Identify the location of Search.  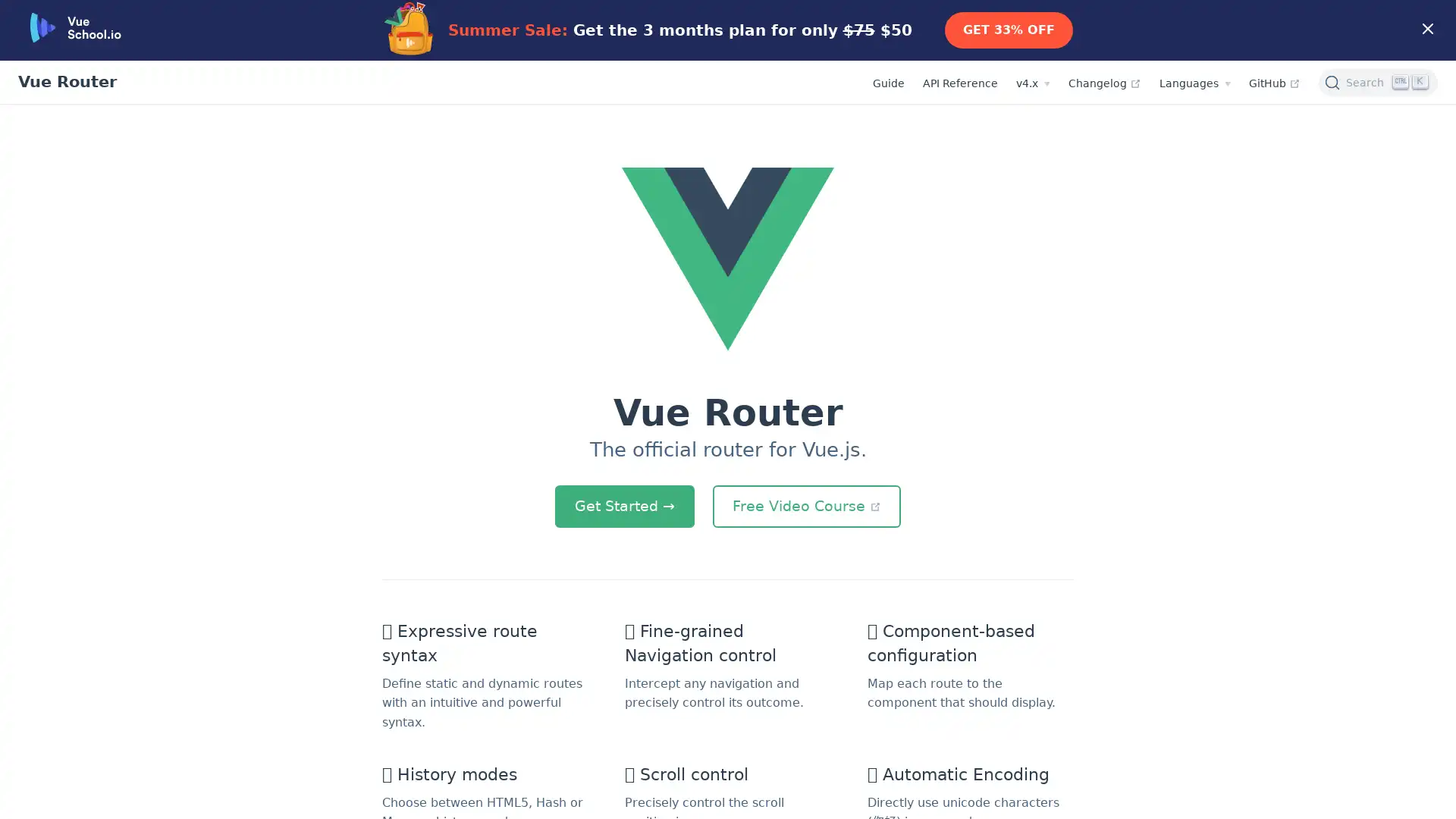
(1378, 82).